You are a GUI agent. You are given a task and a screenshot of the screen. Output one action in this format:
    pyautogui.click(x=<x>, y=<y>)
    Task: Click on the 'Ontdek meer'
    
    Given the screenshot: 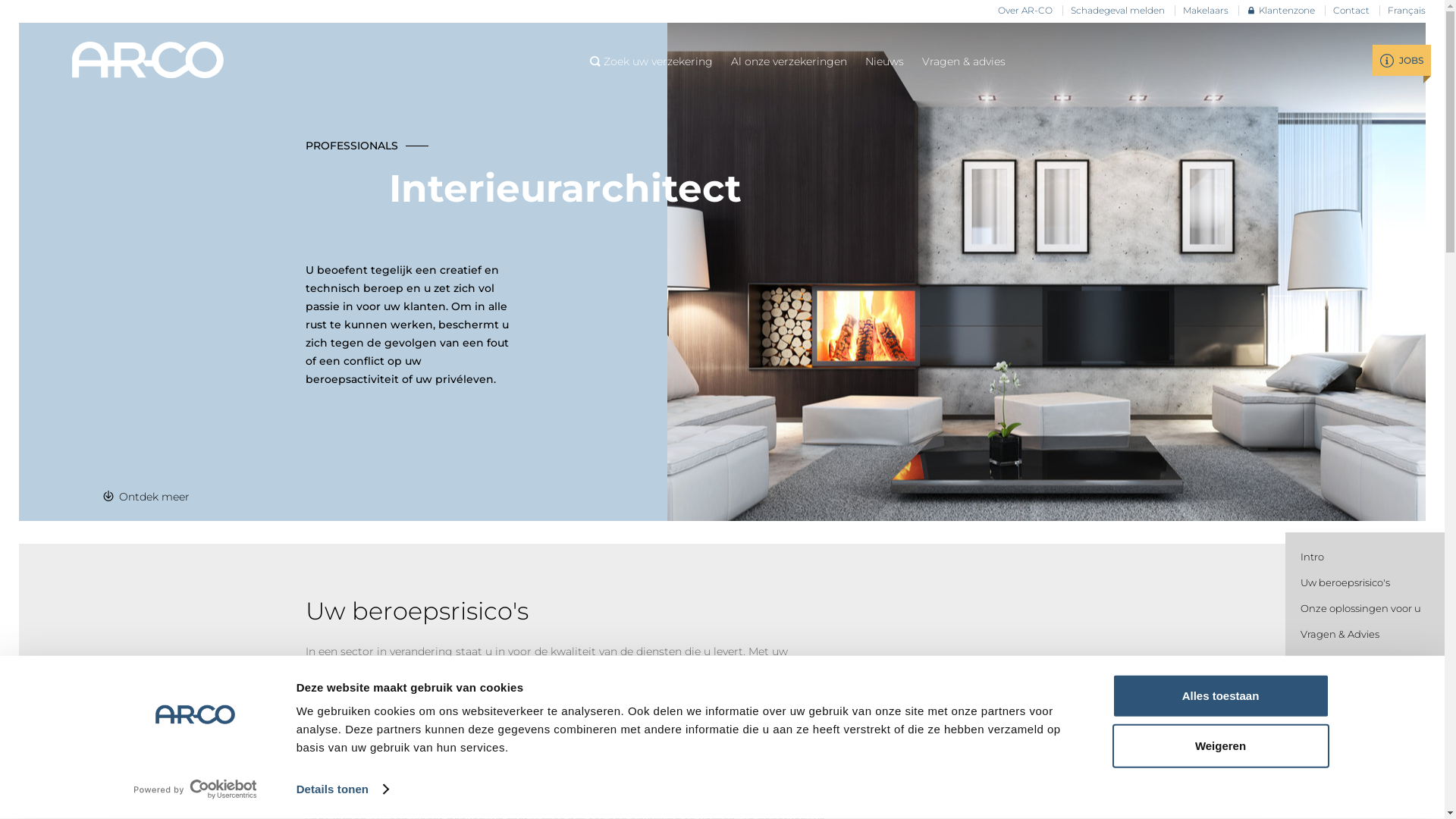 What is the action you would take?
    pyautogui.click(x=146, y=497)
    